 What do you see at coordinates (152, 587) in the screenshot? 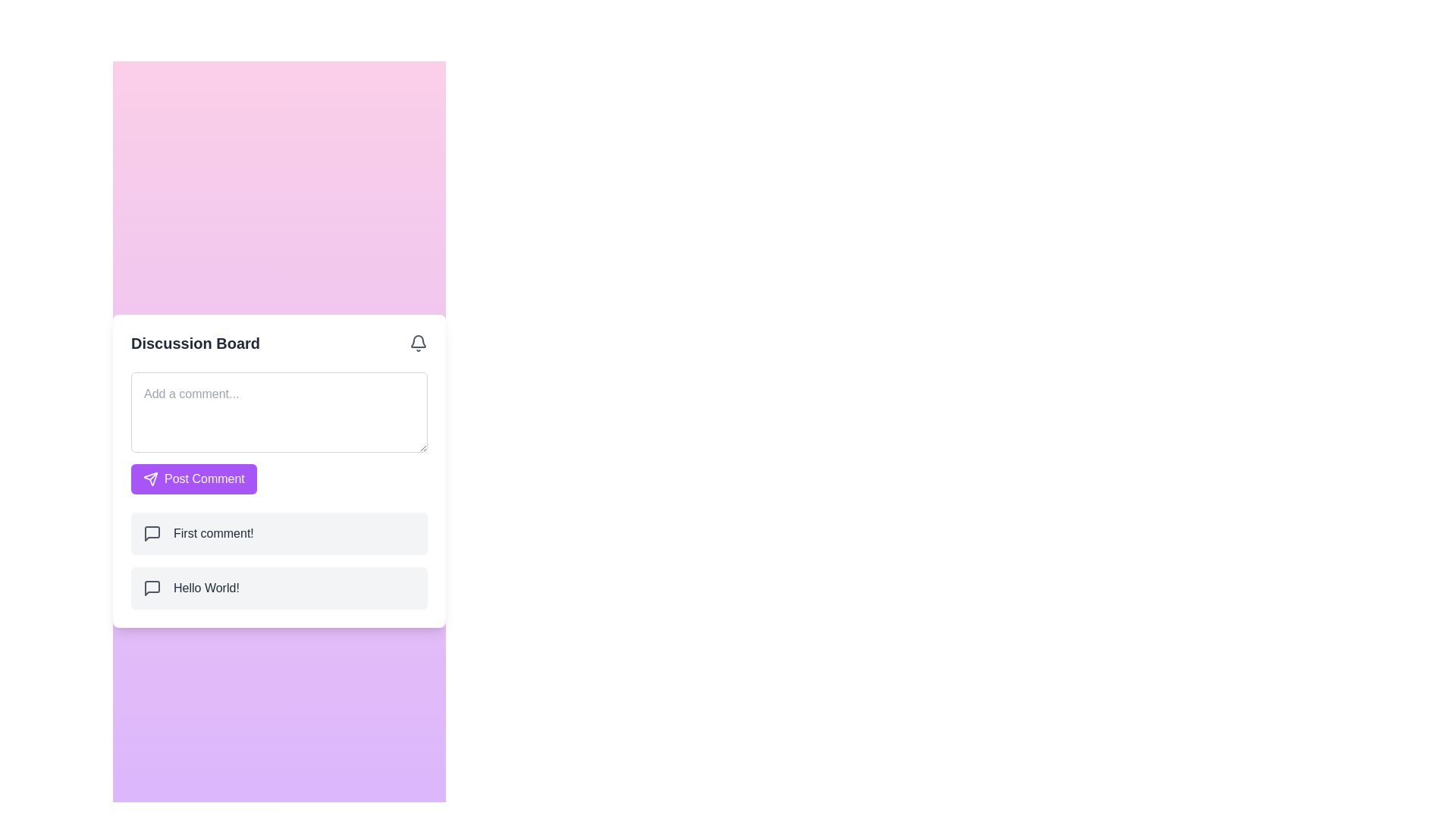
I see `the speech bubble icon located next to the text 'Hello World!' in the second comment of the discussion board interface` at bounding box center [152, 587].